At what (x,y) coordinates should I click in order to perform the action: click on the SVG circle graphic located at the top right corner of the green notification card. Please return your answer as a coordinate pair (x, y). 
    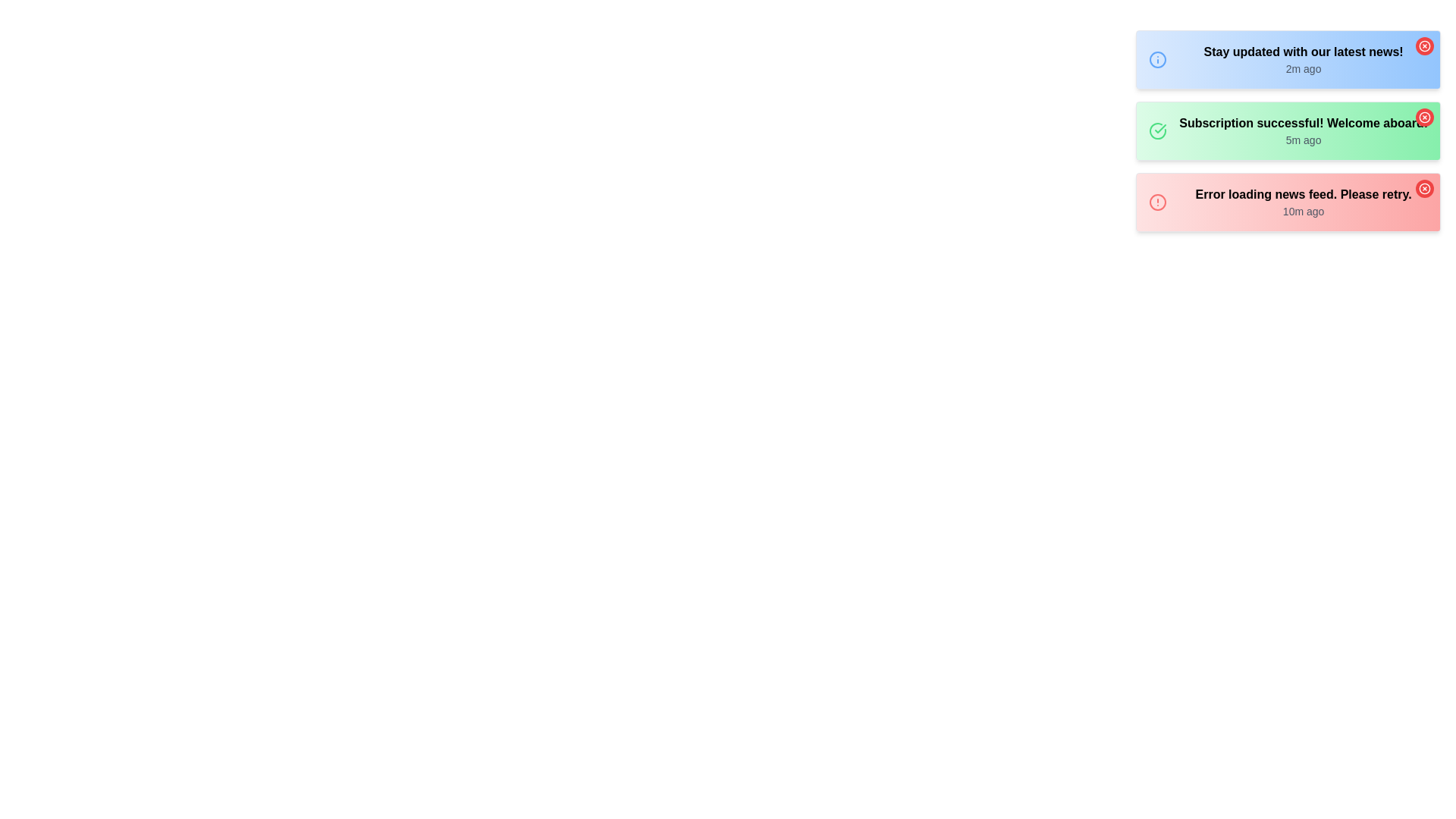
    Looking at the image, I should click on (1423, 45).